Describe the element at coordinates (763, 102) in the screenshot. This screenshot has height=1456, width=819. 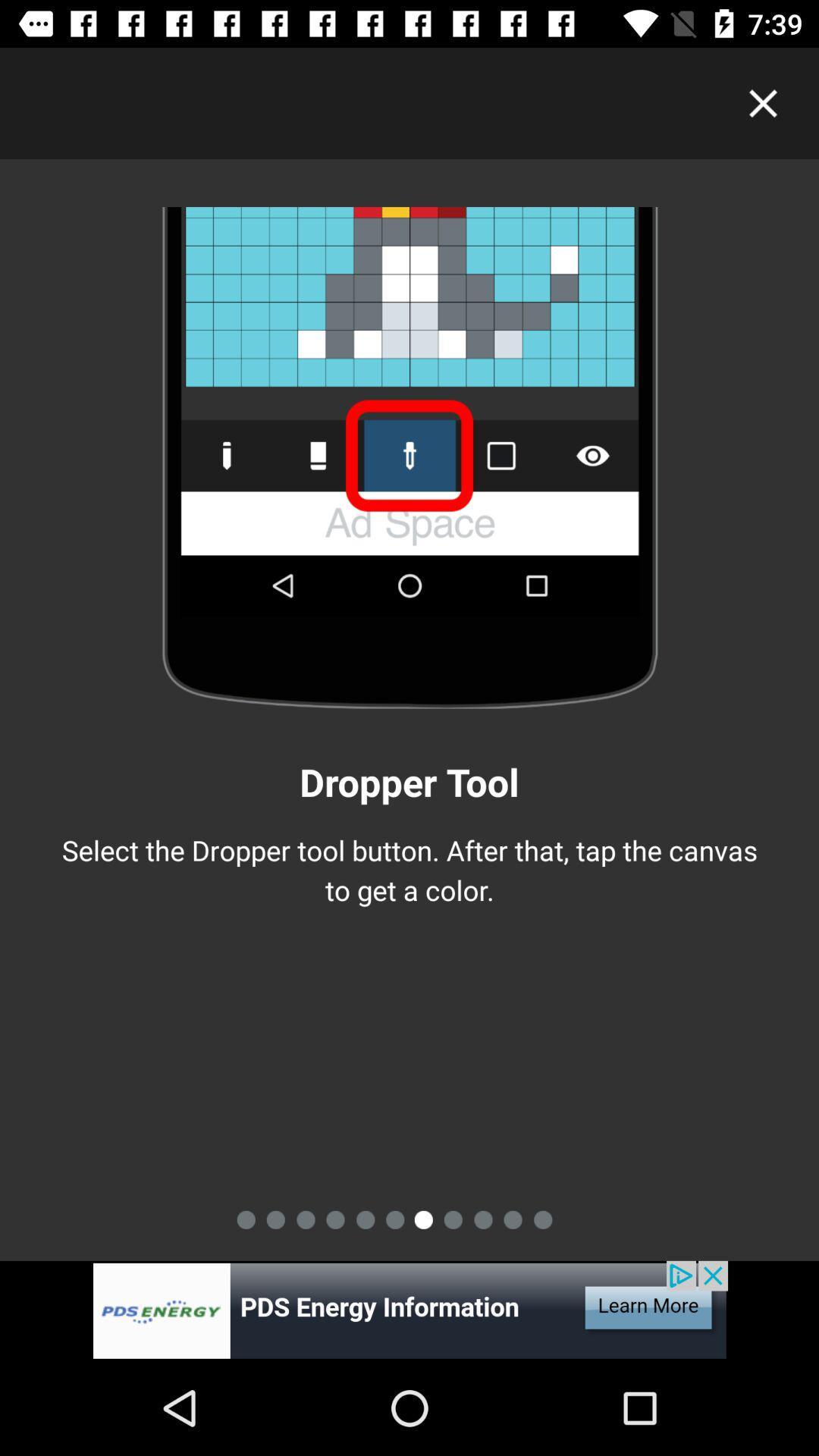
I see `screen` at that location.